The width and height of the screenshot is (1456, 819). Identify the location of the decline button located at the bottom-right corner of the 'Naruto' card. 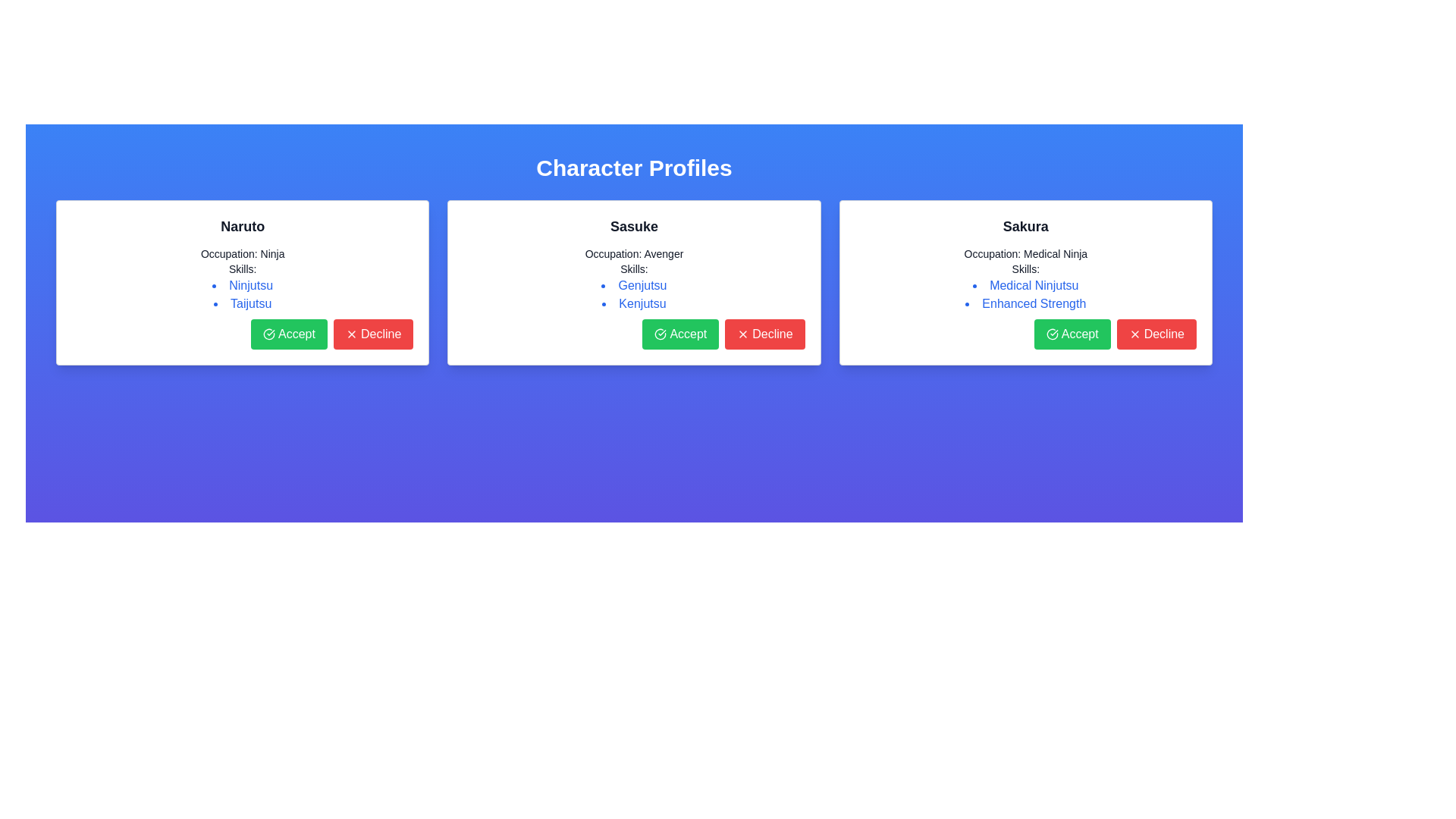
(373, 333).